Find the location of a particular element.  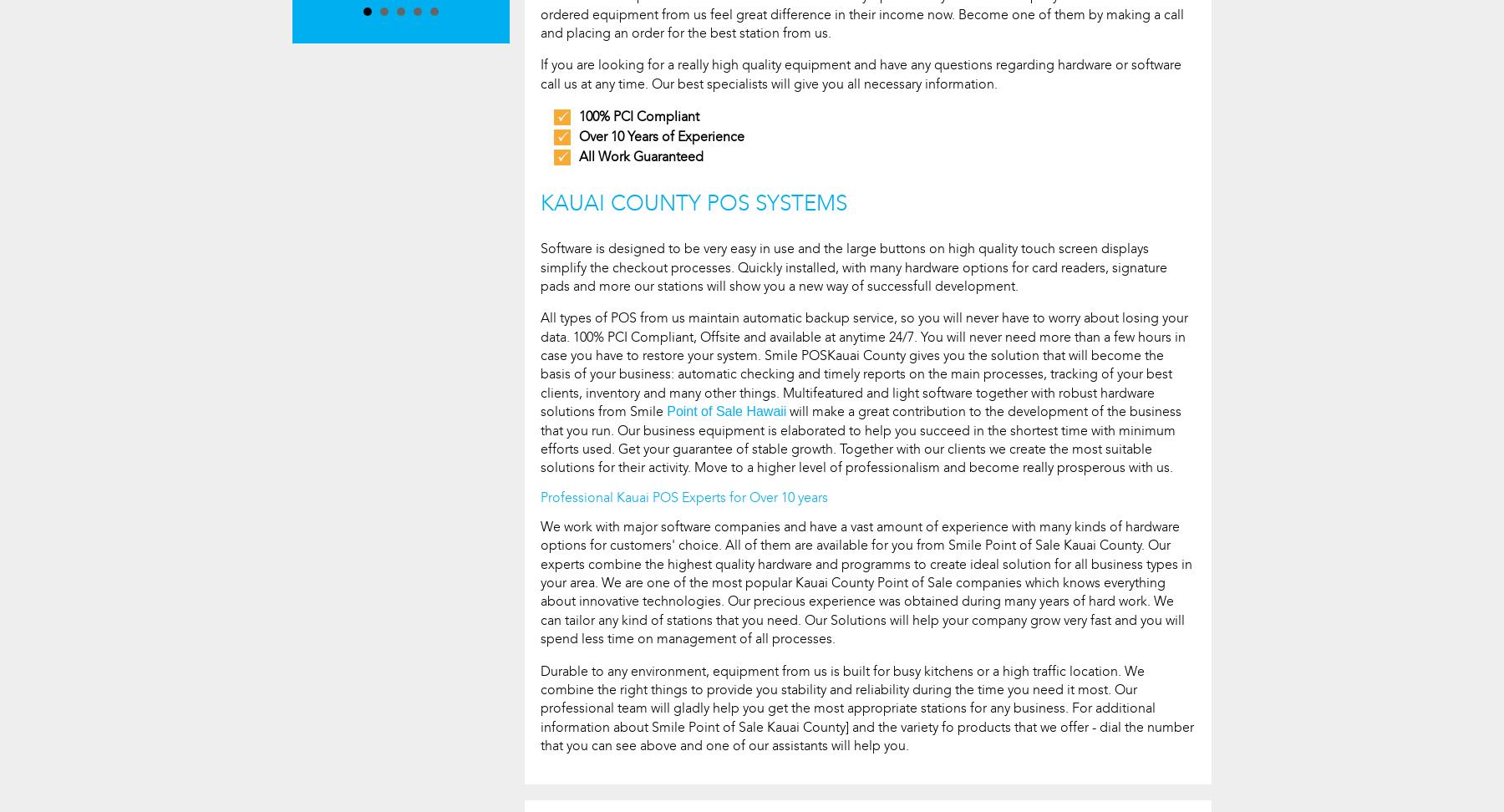

'Software is designed to be very easy in use and the large buttons on high quality touch screen displays simplify the checkout processes. Quickly installed, with many hardware options for card readers, signature pads and more our stations will show you a new way of successfull development.' is located at coordinates (854, 266).